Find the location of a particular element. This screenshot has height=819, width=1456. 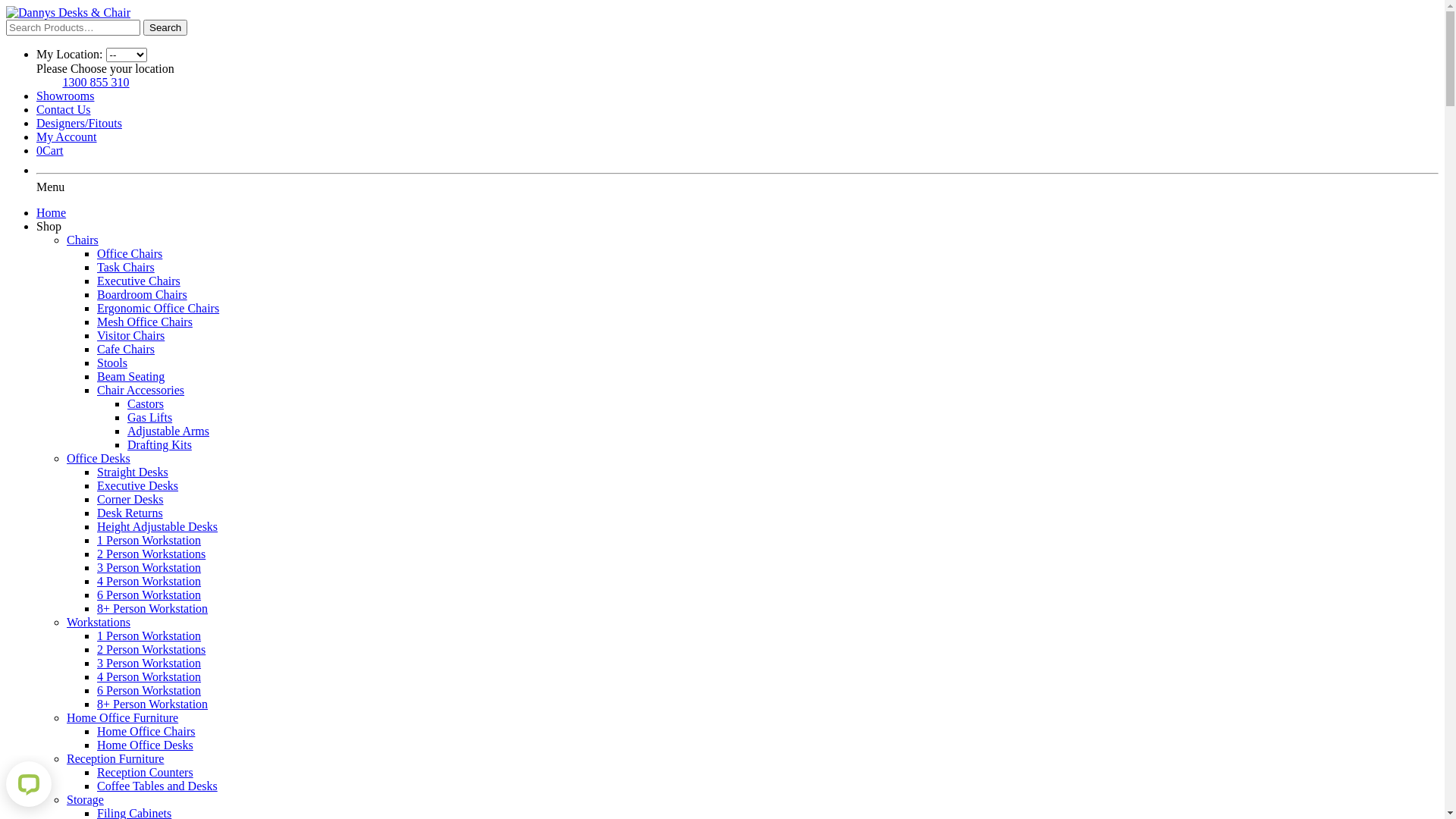

'Stools' is located at coordinates (111, 362).